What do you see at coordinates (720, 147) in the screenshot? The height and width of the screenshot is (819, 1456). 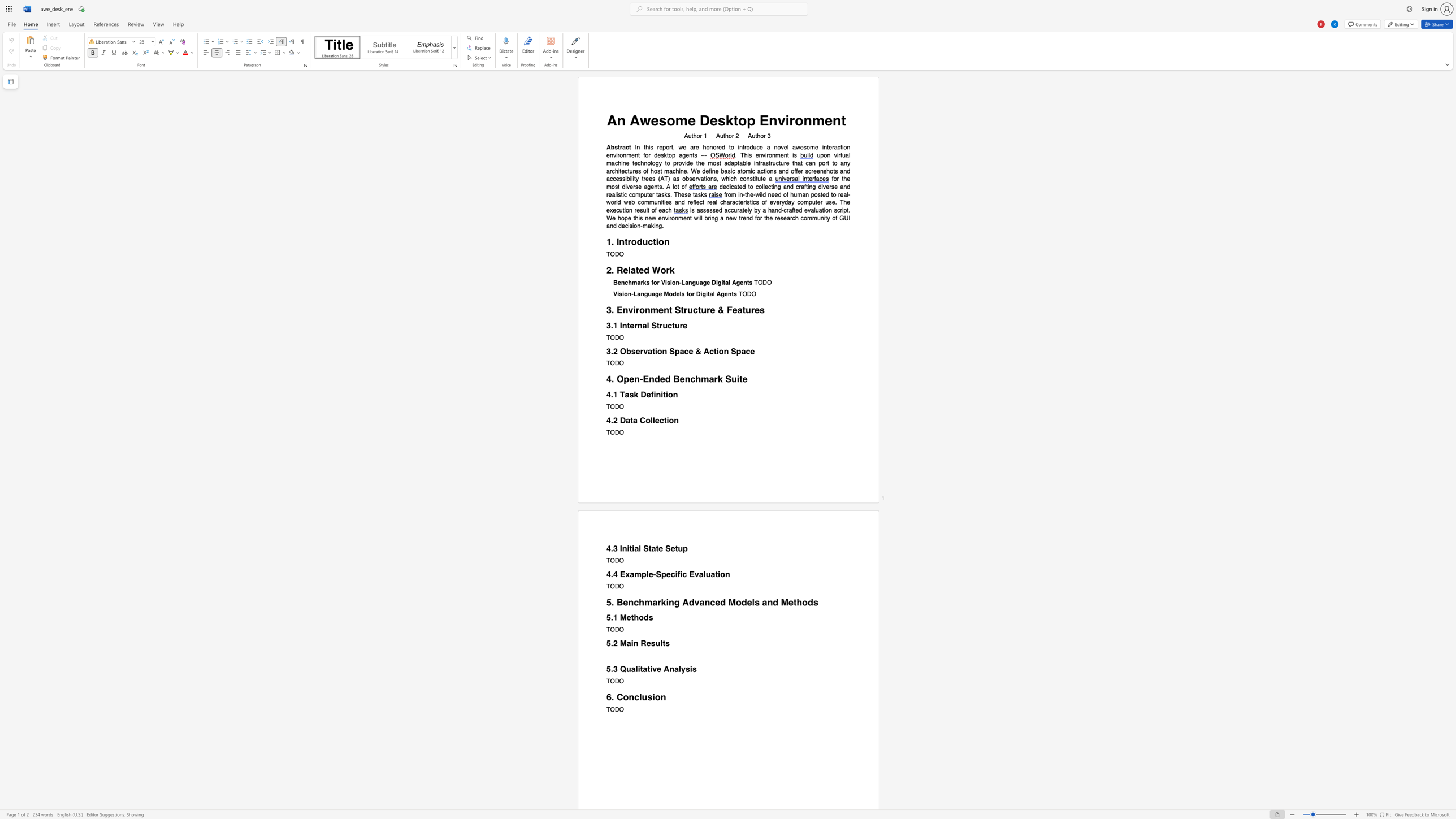 I see `the 4th character "e" in the text` at bounding box center [720, 147].